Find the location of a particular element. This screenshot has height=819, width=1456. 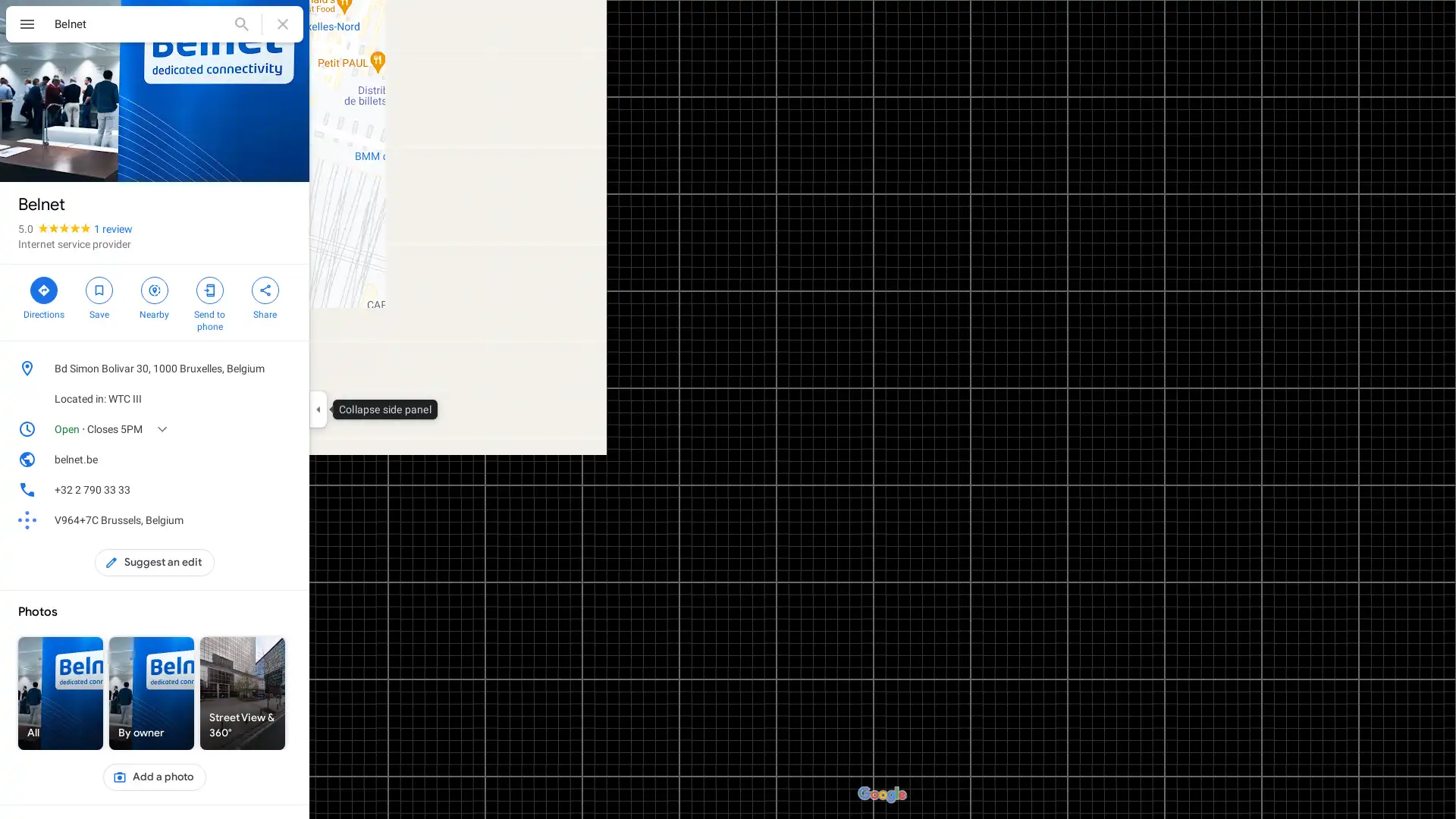

Internet service provider is located at coordinates (74, 243).